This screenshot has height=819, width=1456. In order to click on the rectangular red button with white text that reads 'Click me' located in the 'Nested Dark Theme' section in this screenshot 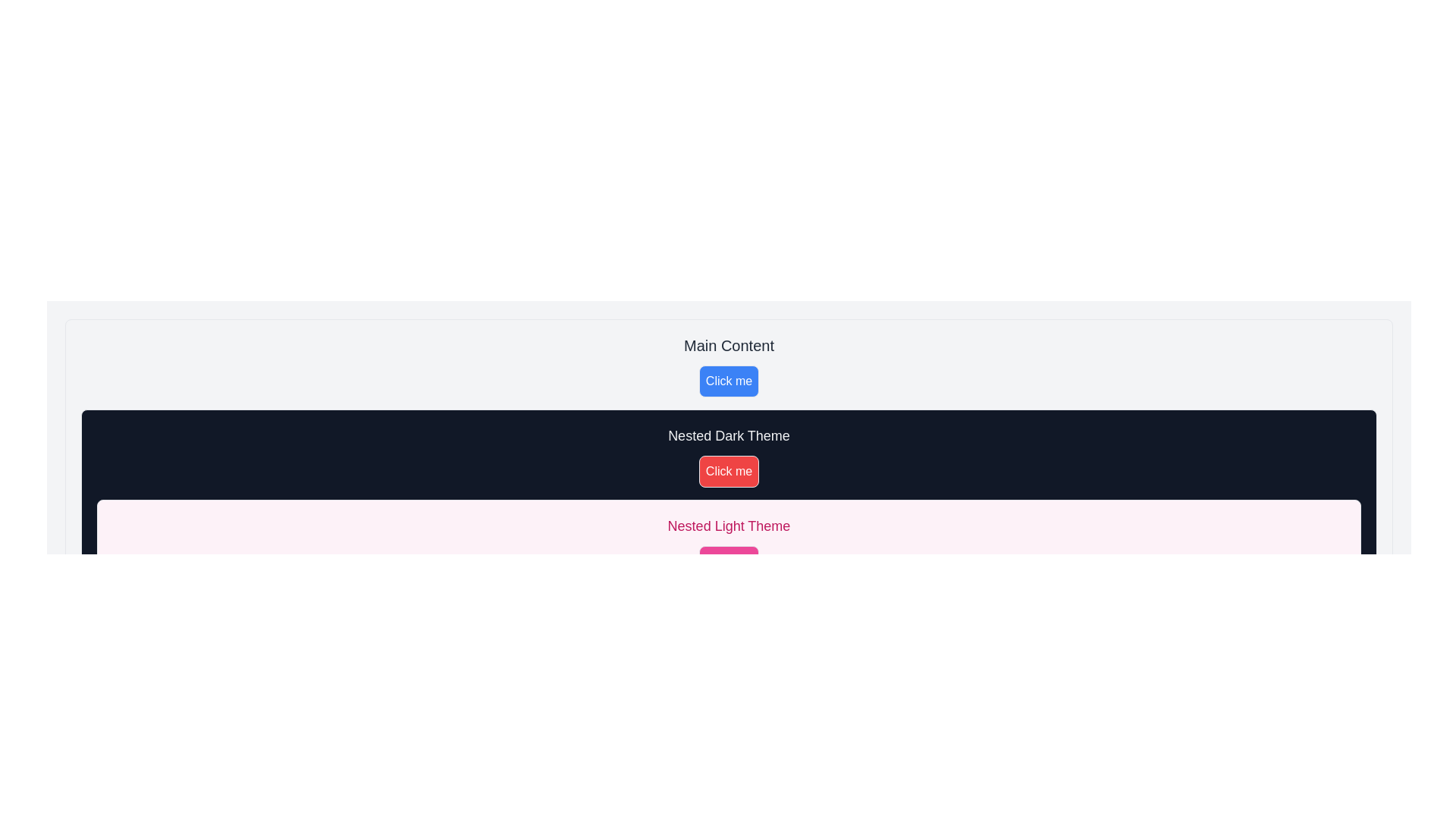, I will do `click(729, 470)`.